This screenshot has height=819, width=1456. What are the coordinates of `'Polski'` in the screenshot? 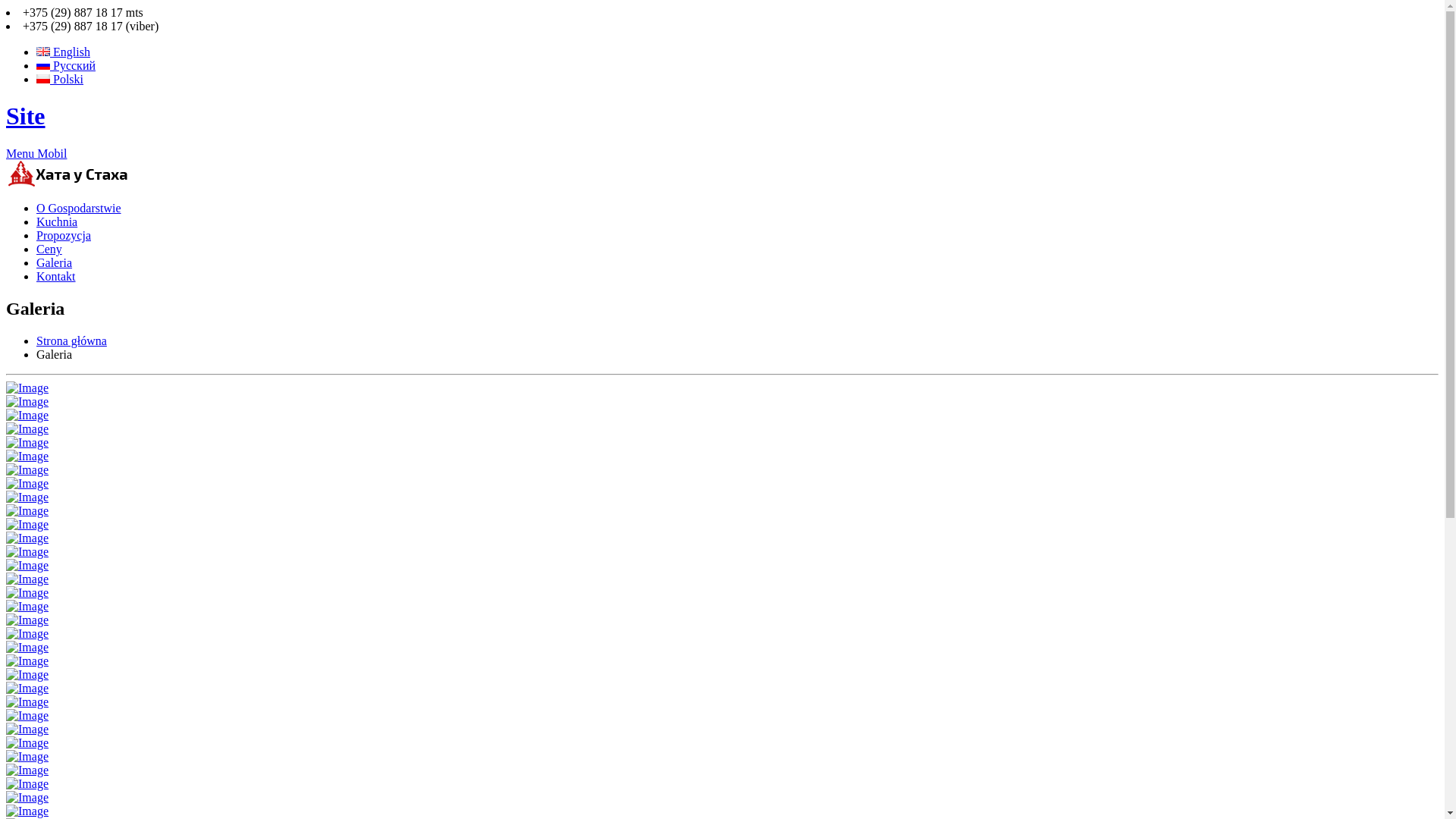 It's located at (59, 79).